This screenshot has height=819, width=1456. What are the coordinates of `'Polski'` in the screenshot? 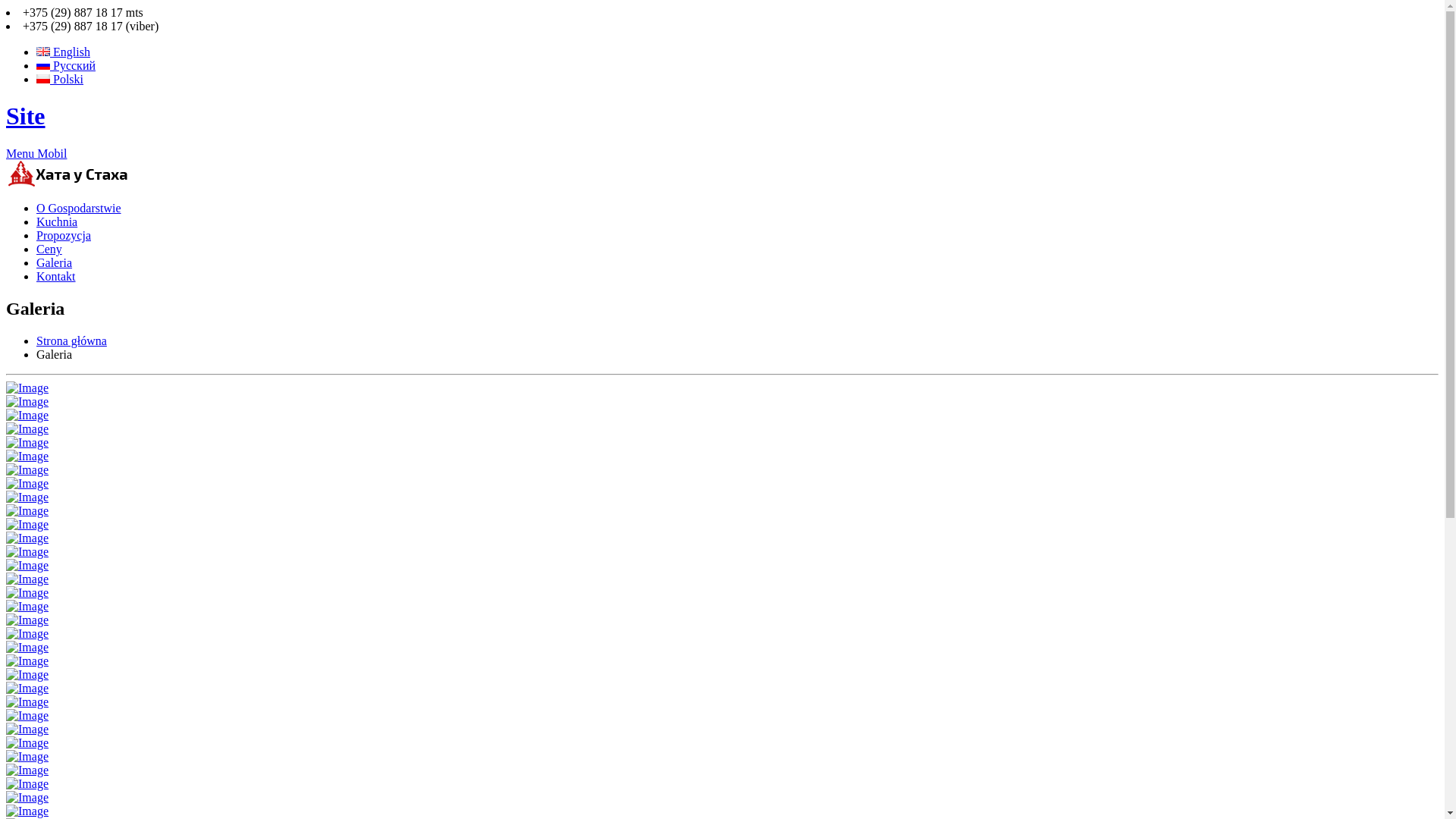 It's located at (59, 79).